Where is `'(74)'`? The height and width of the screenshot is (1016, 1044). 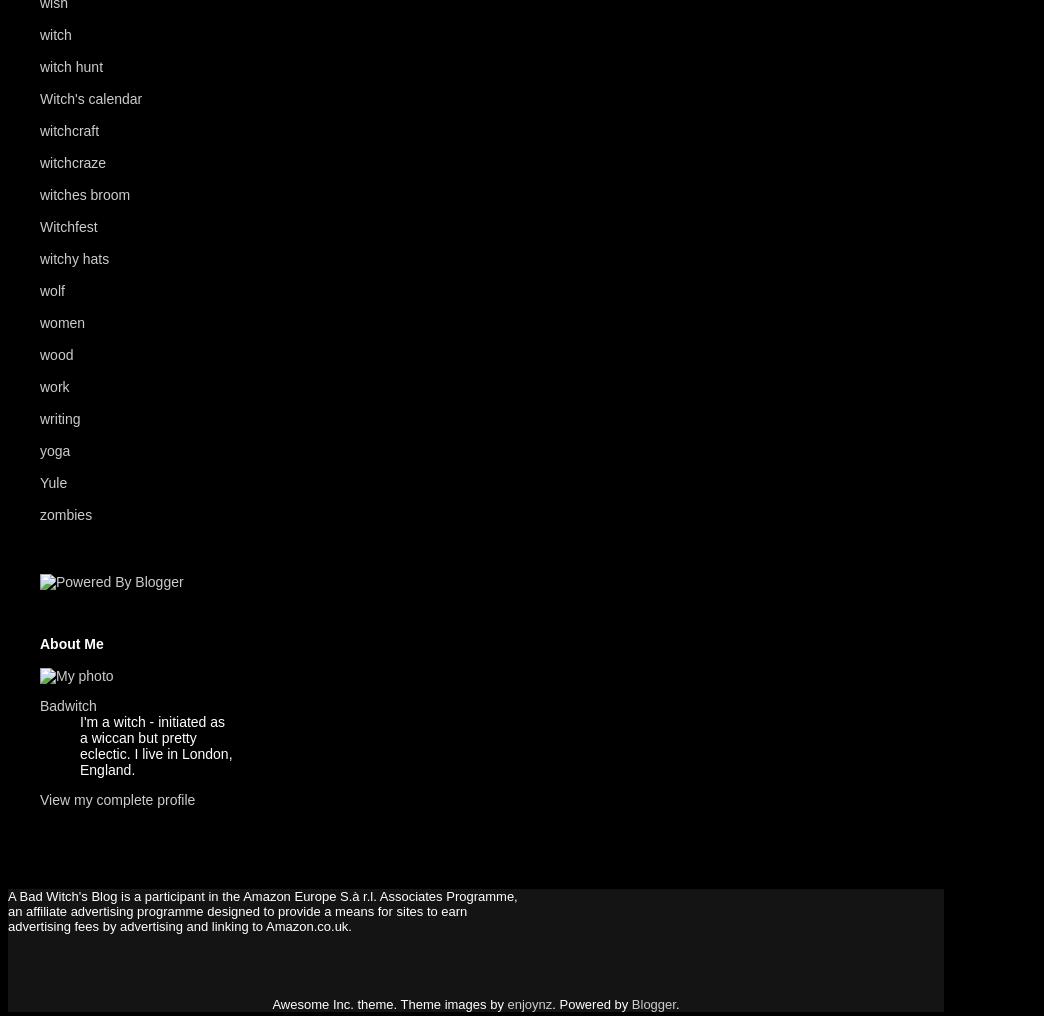 '(74)' is located at coordinates (118, 66).